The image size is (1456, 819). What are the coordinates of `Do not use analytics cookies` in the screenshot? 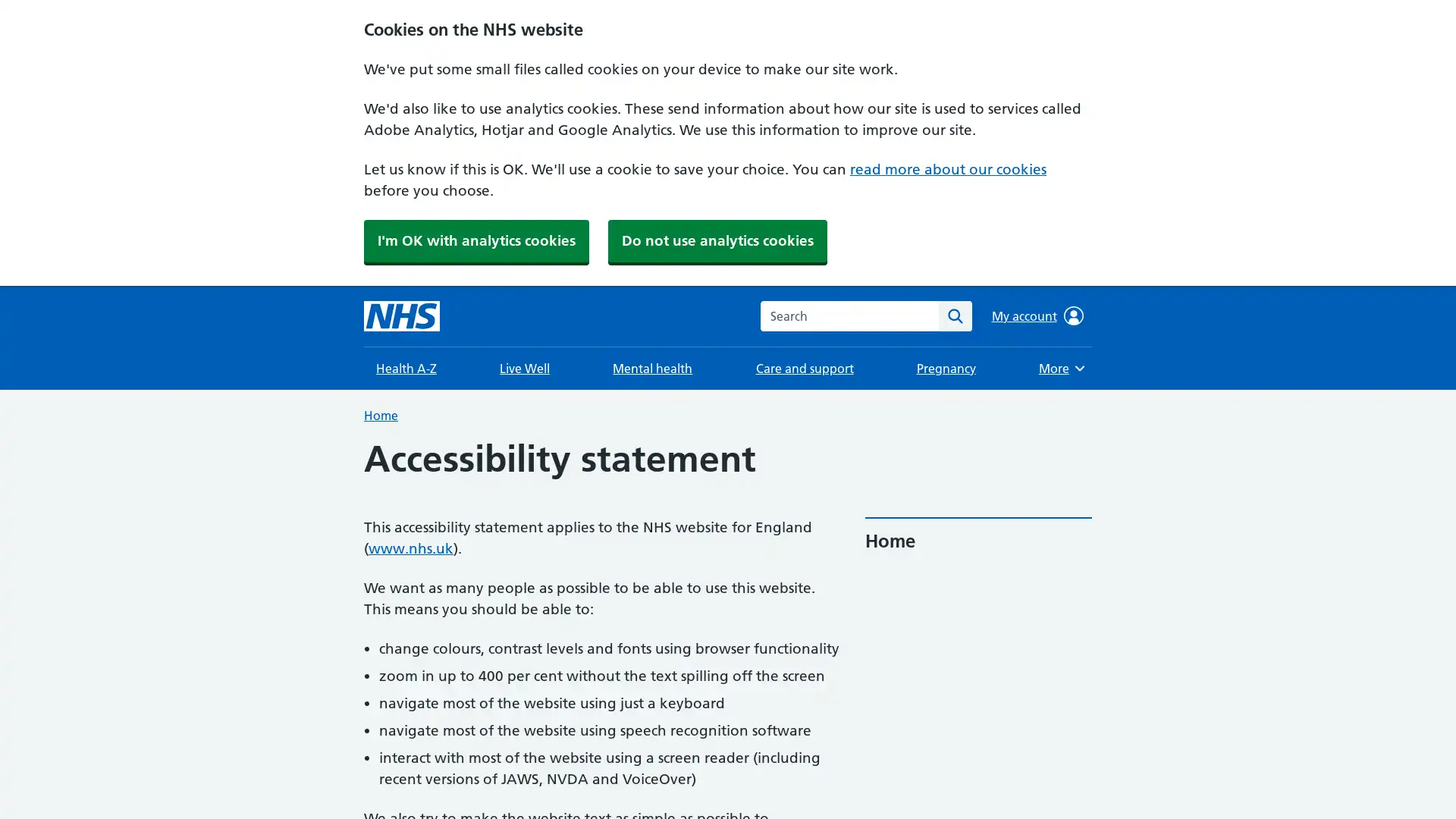 It's located at (717, 240).